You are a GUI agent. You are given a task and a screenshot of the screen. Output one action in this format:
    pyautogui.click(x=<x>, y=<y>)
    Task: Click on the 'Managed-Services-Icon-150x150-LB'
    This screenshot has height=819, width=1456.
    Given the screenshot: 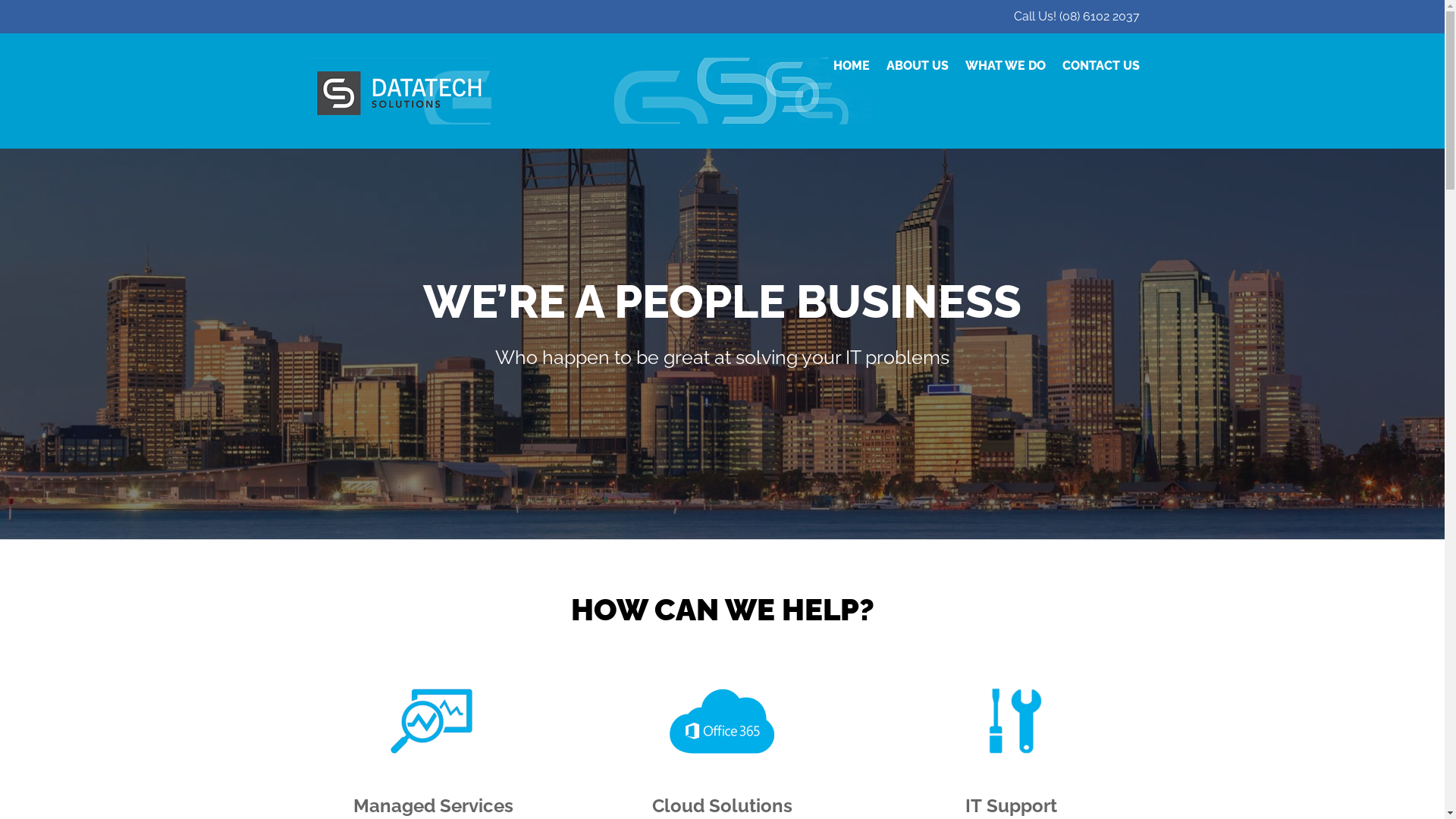 What is the action you would take?
    pyautogui.click(x=432, y=720)
    